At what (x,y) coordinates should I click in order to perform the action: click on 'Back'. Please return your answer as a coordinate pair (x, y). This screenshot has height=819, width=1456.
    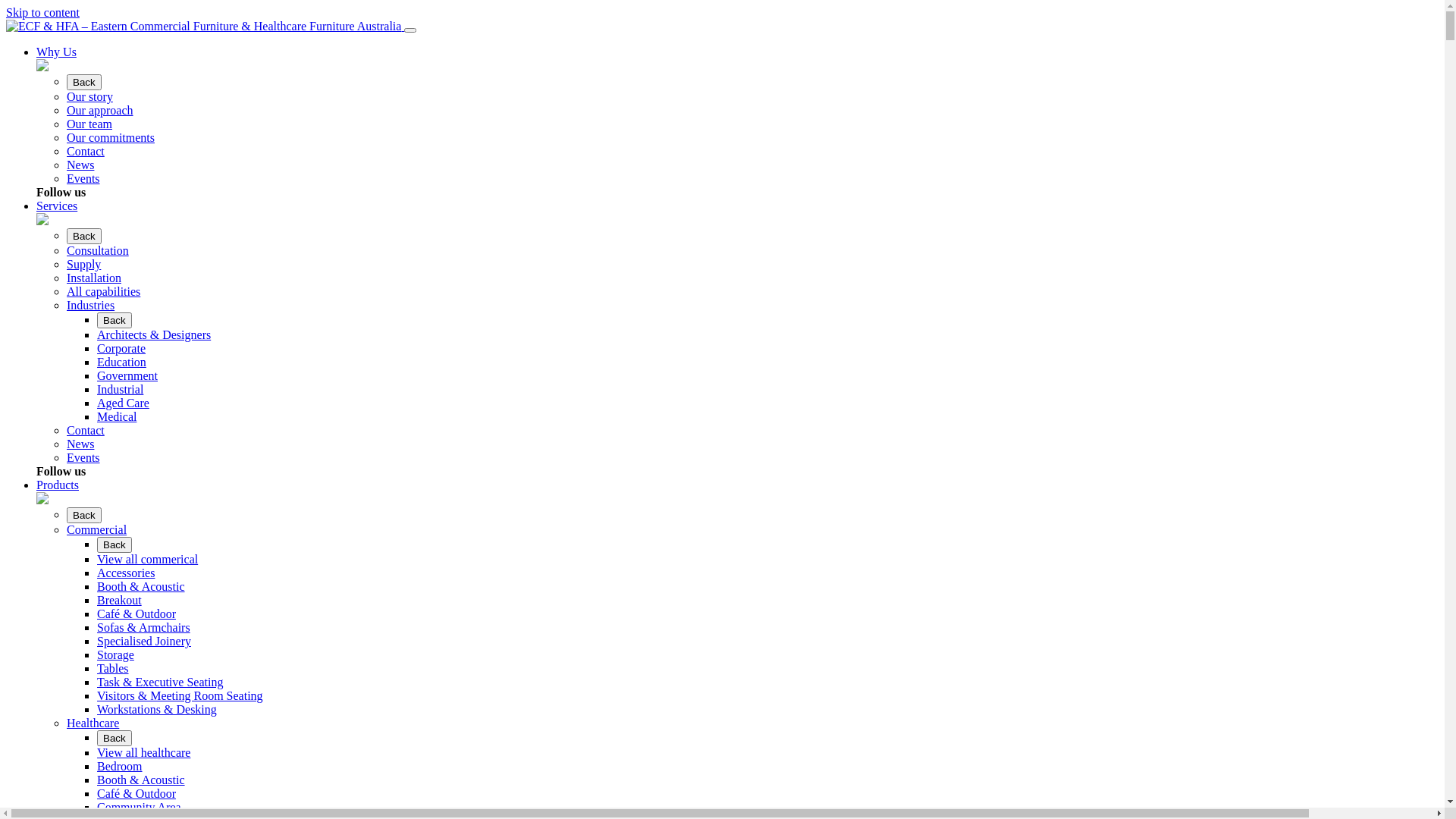
    Looking at the image, I should click on (113, 544).